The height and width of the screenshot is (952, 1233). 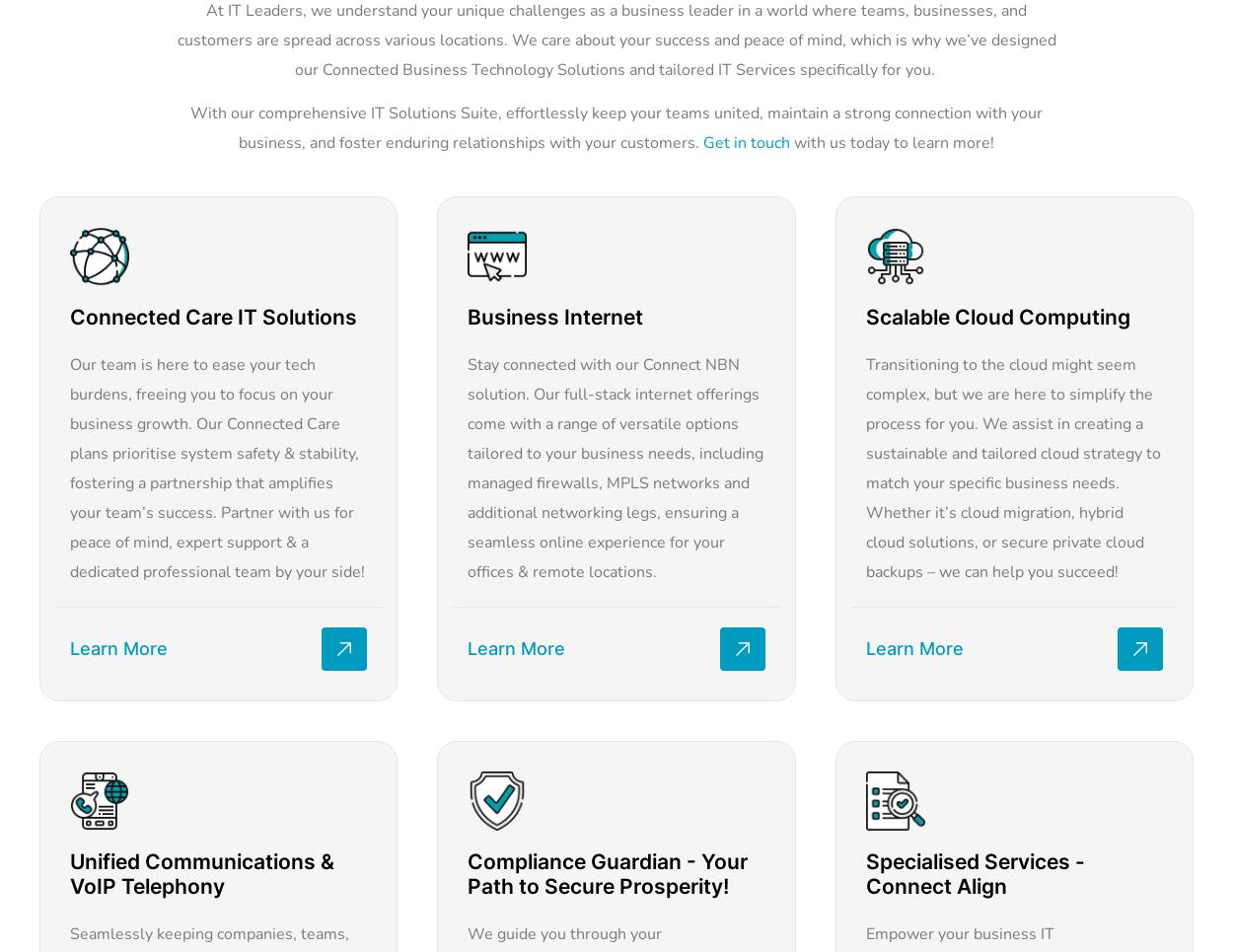 I want to click on 'Specialised Services -', so click(x=974, y=861).